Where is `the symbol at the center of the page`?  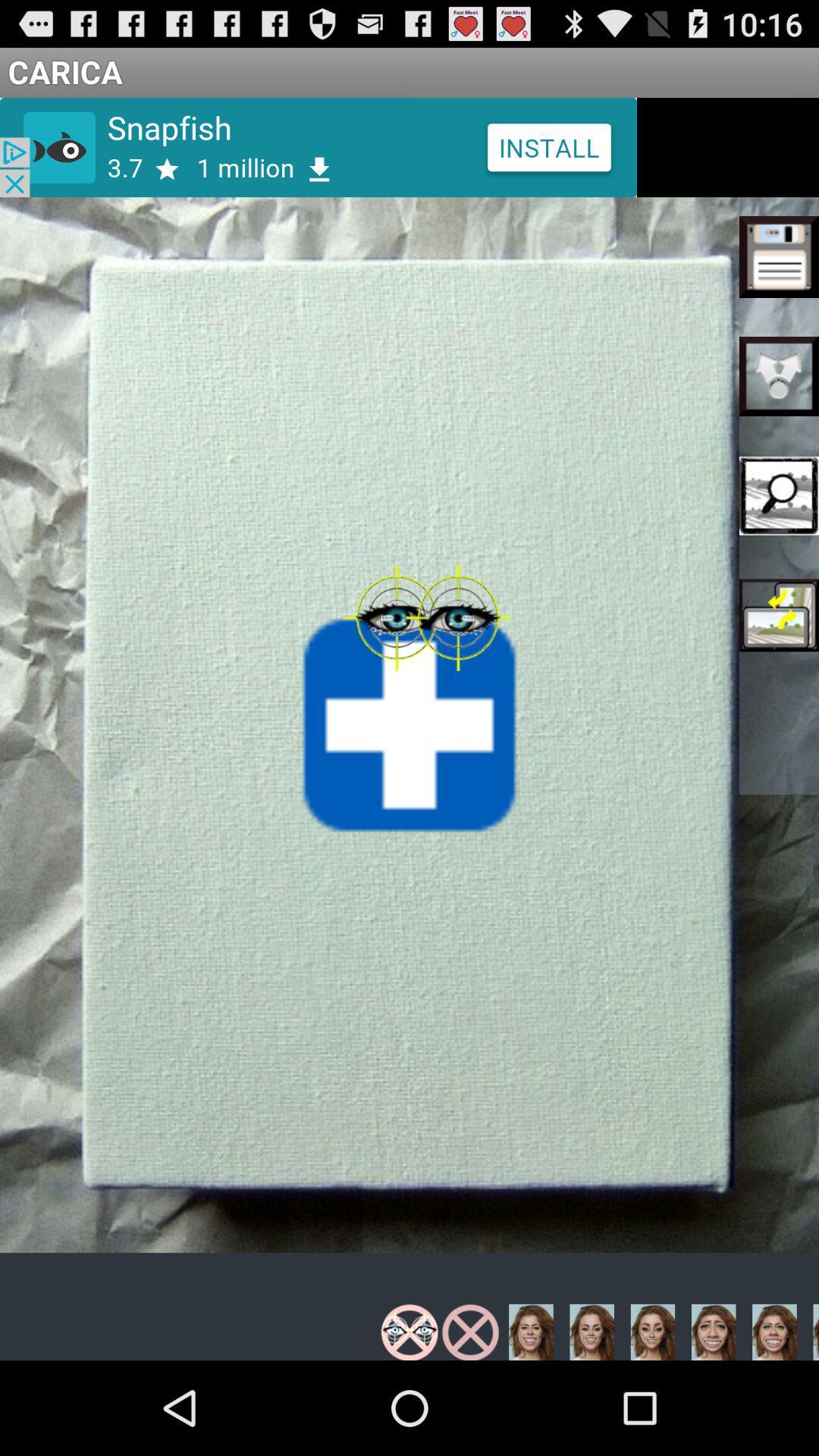
the symbol at the center of the page is located at coordinates (409, 723).